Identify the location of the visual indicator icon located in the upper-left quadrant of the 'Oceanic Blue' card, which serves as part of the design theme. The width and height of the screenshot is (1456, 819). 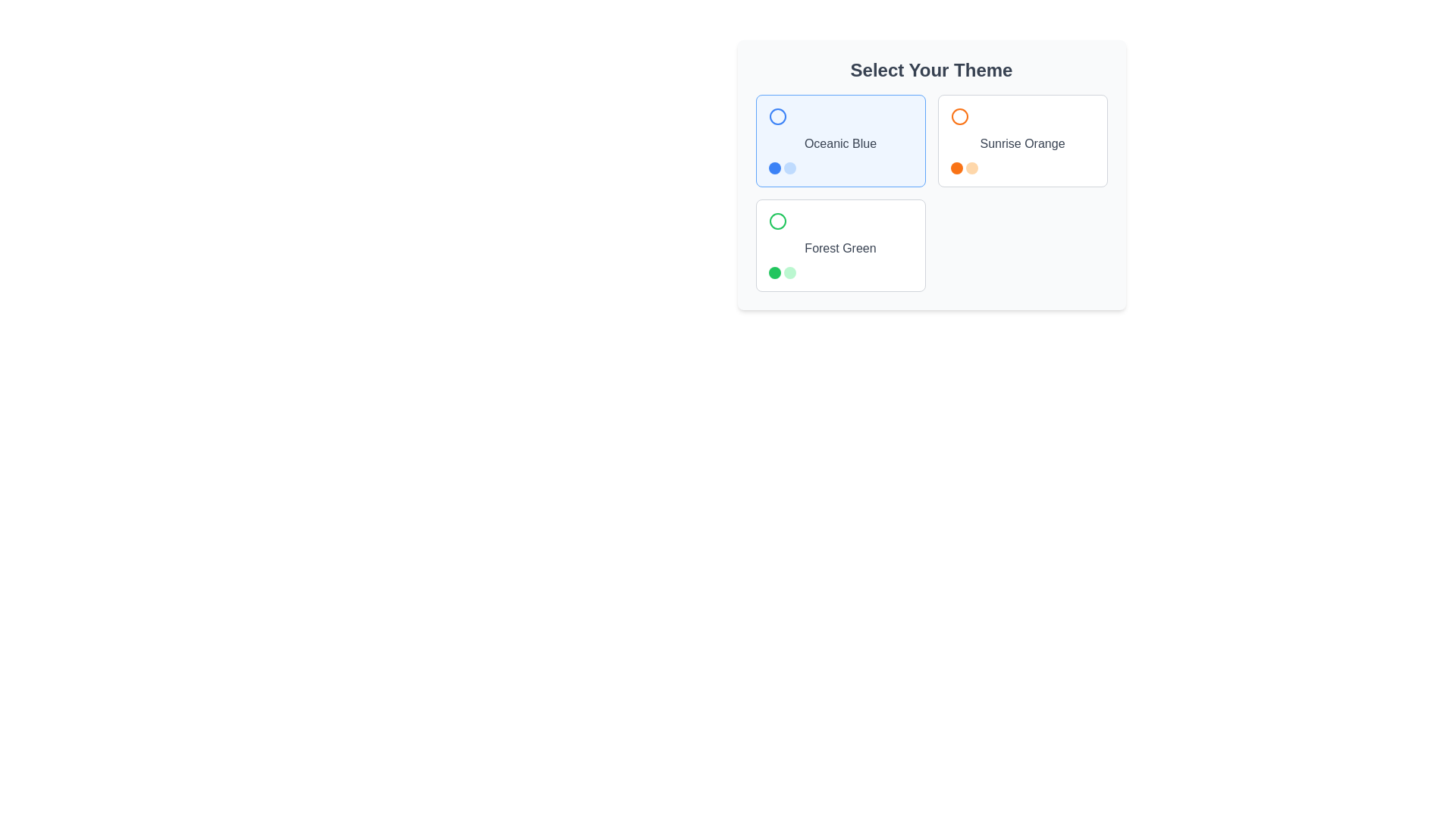
(777, 116).